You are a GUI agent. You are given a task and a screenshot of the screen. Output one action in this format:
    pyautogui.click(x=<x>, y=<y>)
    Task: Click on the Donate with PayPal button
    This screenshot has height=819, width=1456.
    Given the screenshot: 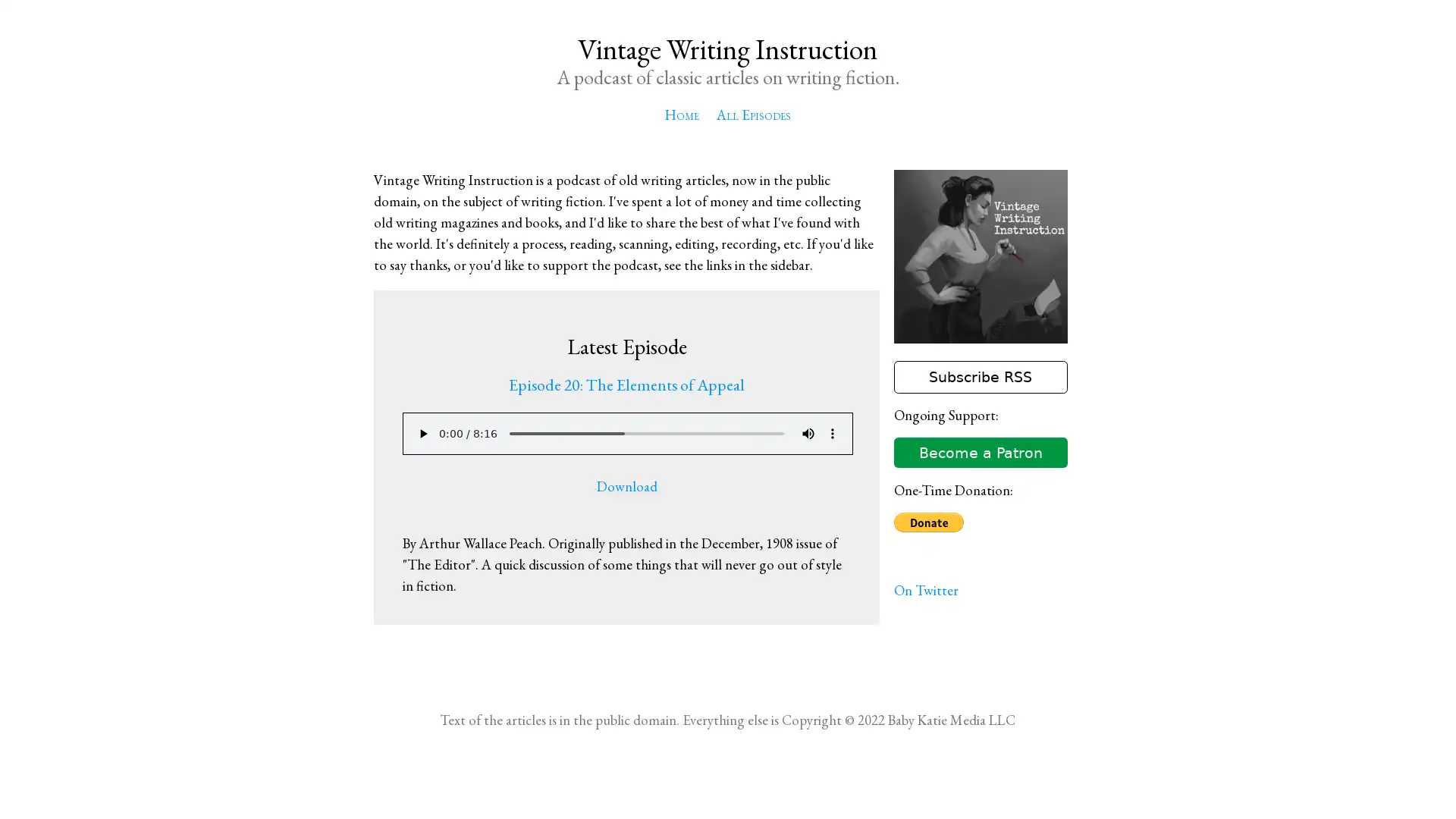 What is the action you would take?
    pyautogui.click(x=927, y=522)
    